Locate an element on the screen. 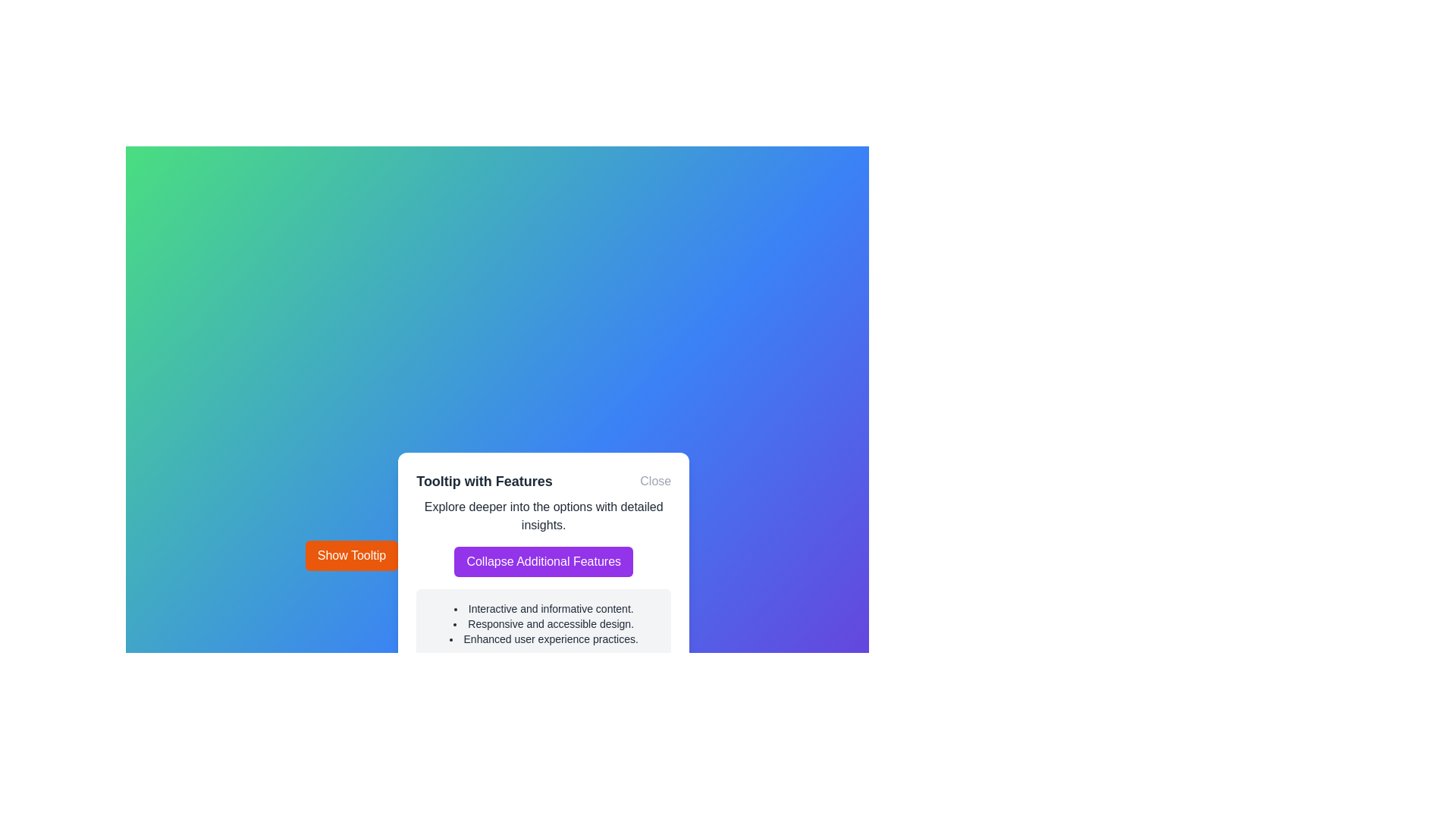  the first bulleted text item 'Interactive and informative content.' in the 'Tooltip with Features' is located at coordinates (544, 607).